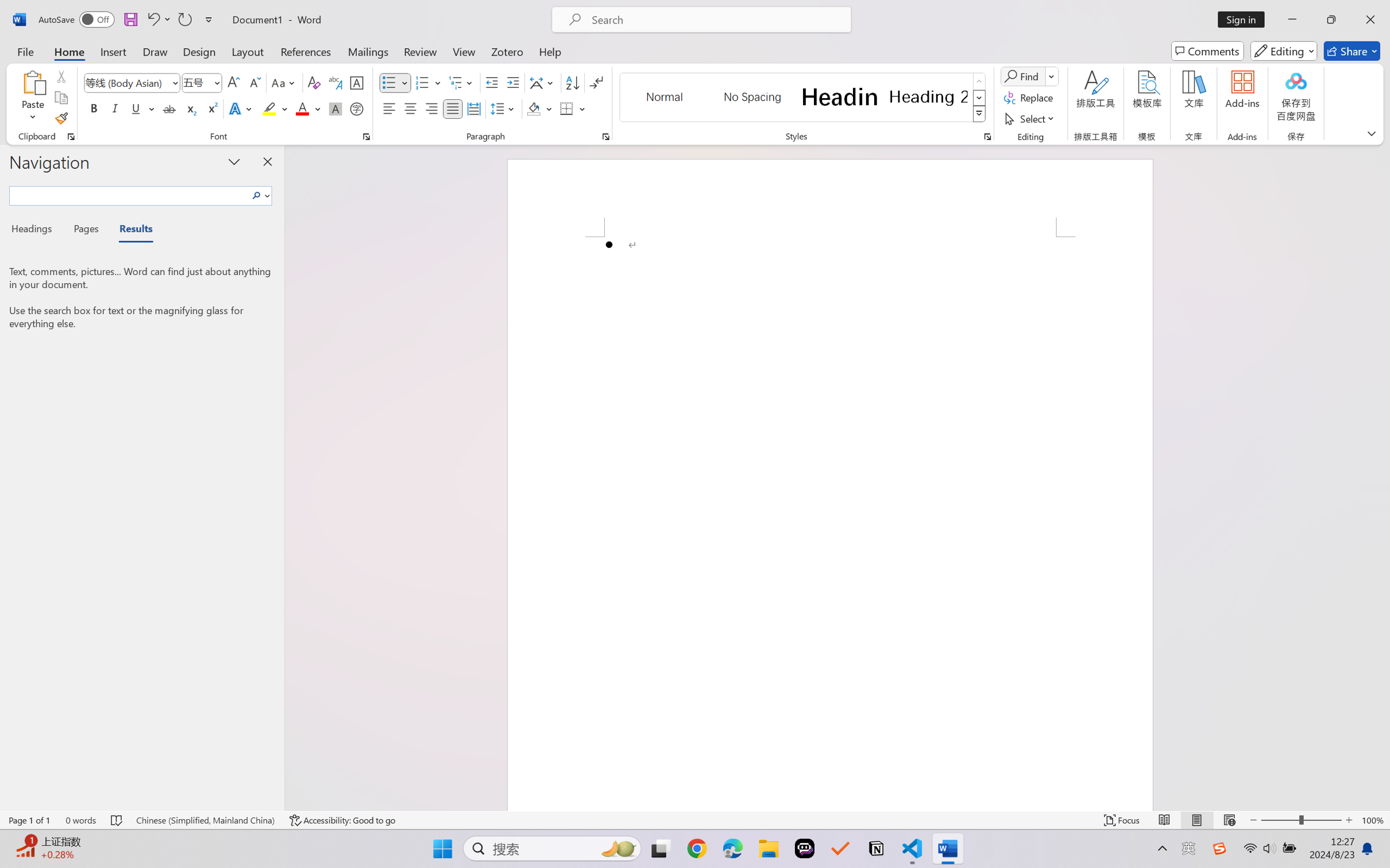  Describe the element at coordinates (35, 230) in the screenshot. I see `'Headings'` at that location.